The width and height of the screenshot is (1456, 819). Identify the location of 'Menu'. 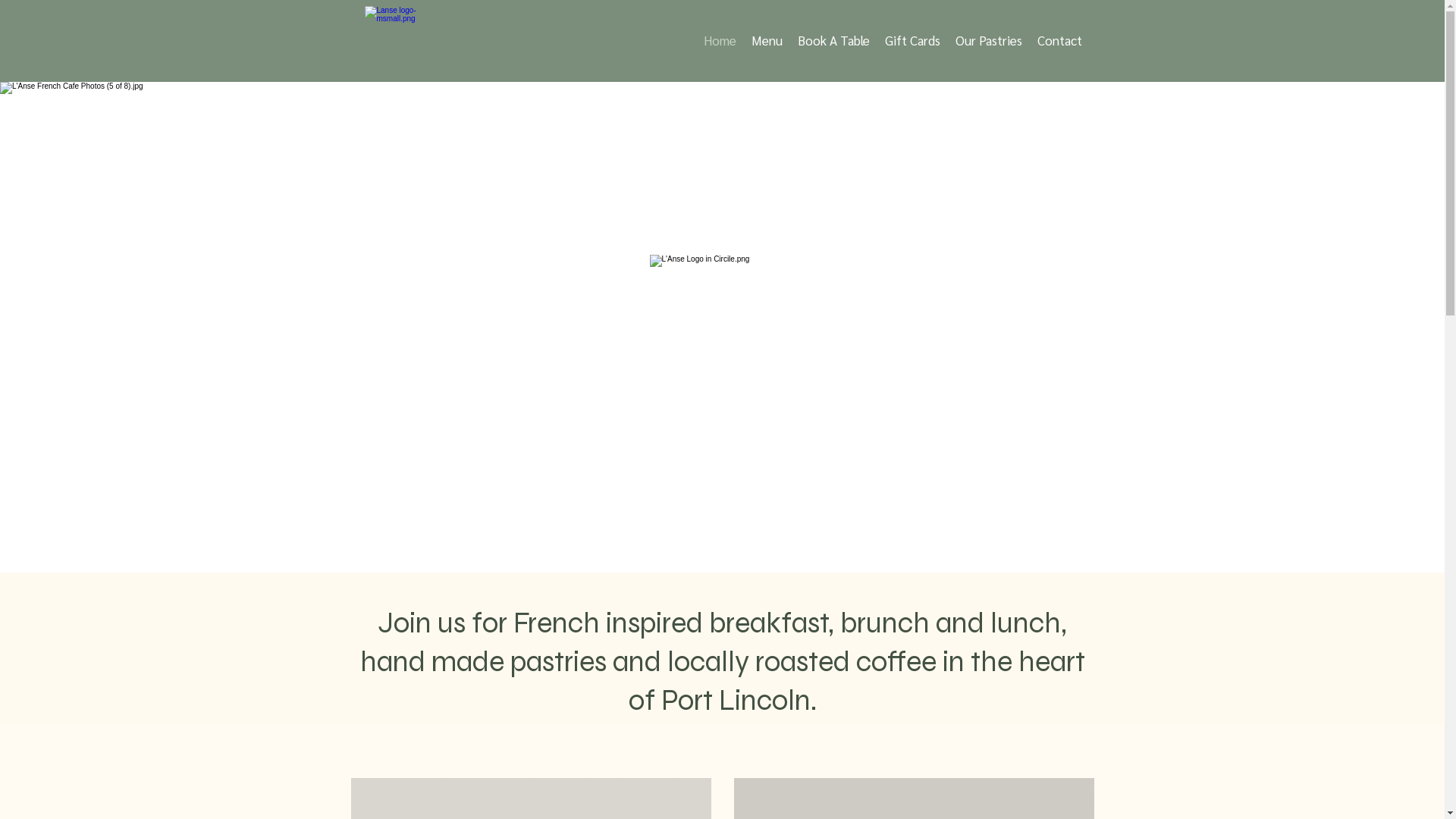
(766, 39).